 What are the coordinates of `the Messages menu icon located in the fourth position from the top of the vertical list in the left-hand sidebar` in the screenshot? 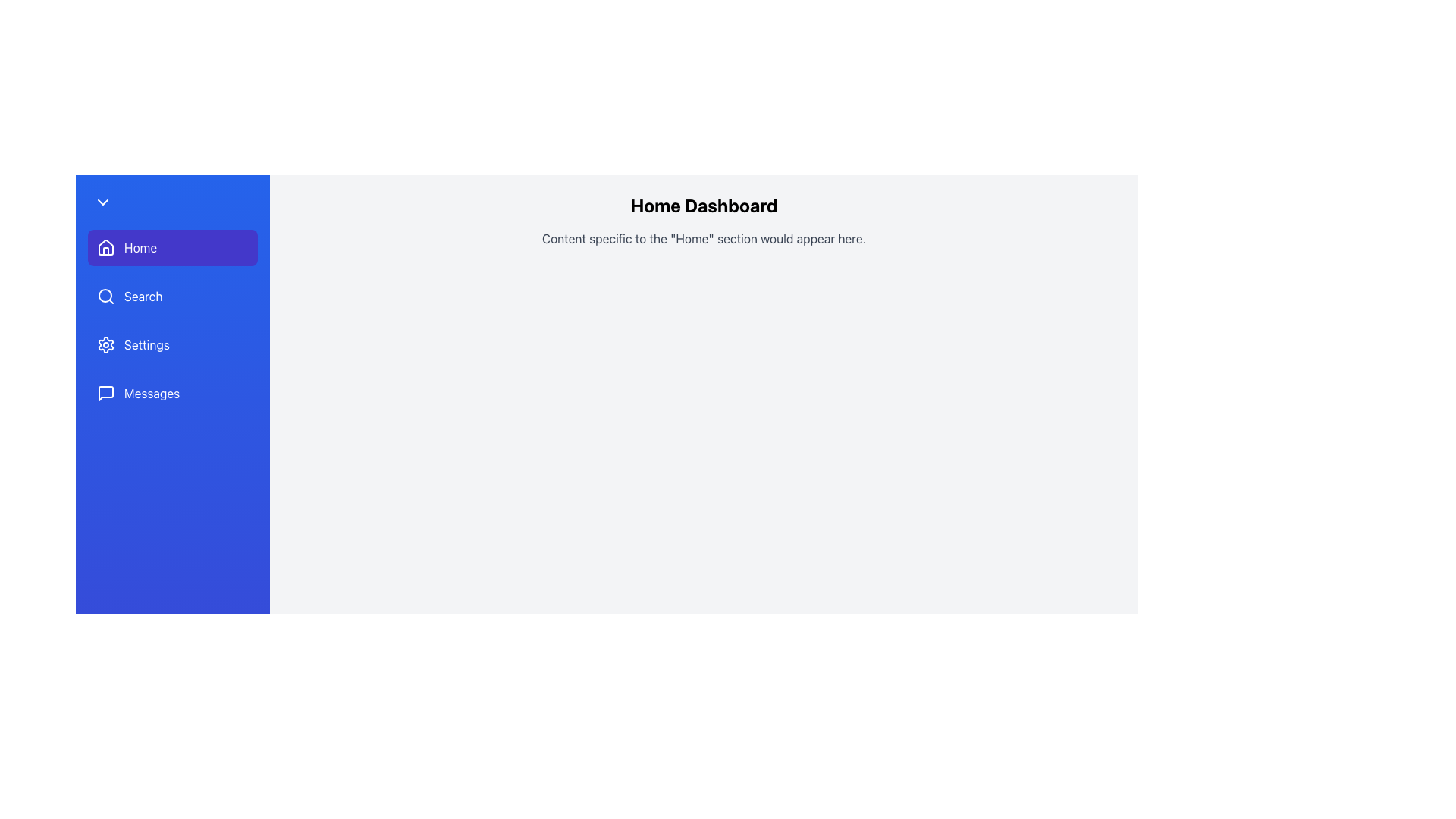 It's located at (105, 393).